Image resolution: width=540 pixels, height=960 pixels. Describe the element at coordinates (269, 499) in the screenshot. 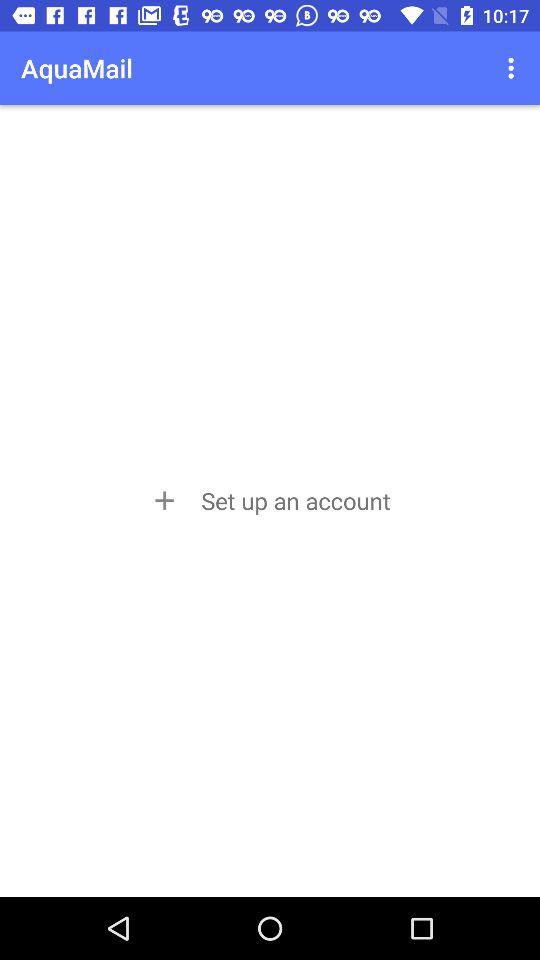

I see `the app below aquamail app` at that location.